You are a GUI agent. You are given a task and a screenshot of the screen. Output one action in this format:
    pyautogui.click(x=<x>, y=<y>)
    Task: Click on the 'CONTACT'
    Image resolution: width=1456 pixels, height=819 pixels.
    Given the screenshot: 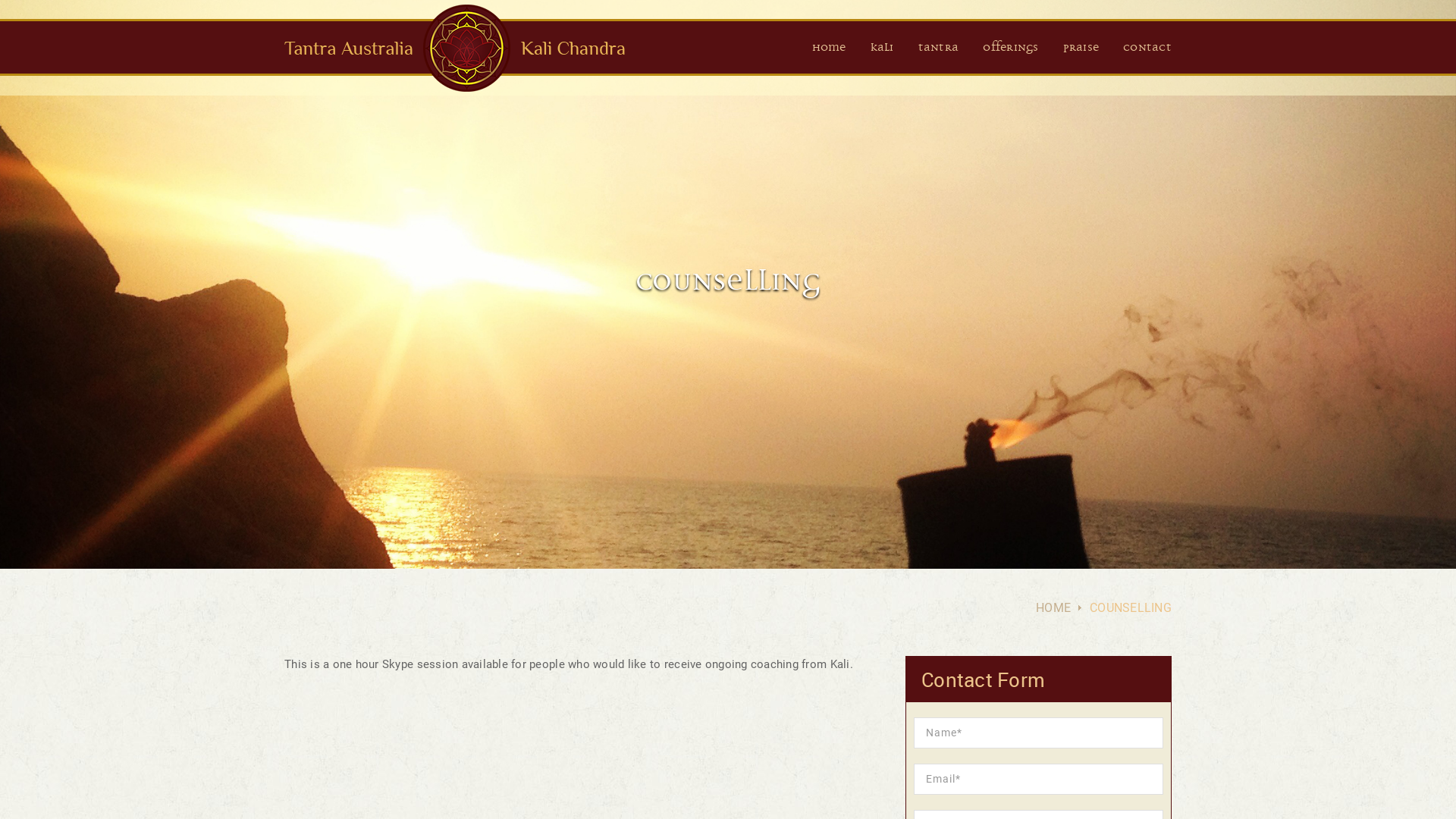 What is the action you would take?
    pyautogui.click(x=1147, y=48)
    